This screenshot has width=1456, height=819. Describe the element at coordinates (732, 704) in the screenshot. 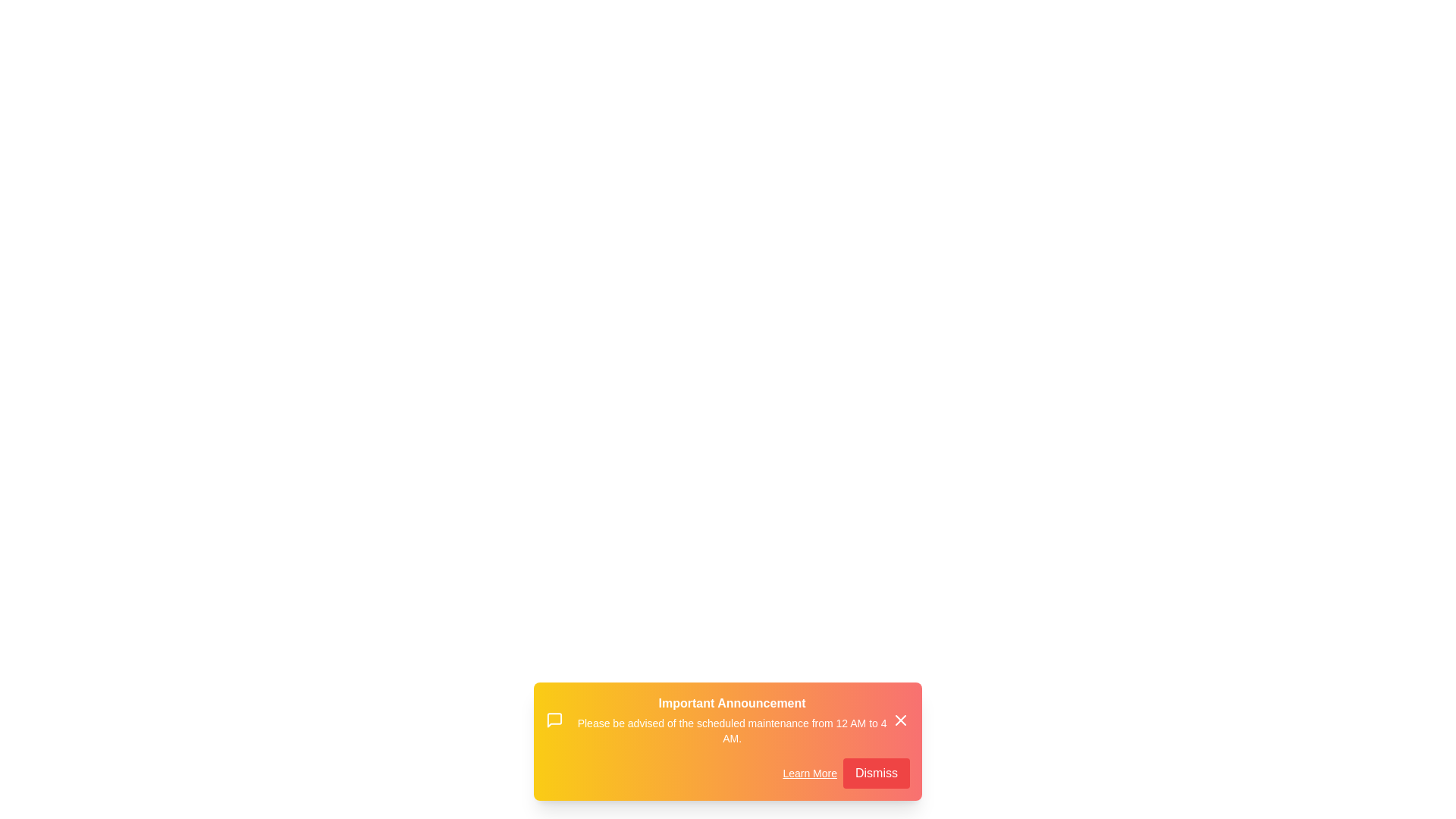

I see `the Text Label at the top of the notification panel that serves as the header for the message` at that location.